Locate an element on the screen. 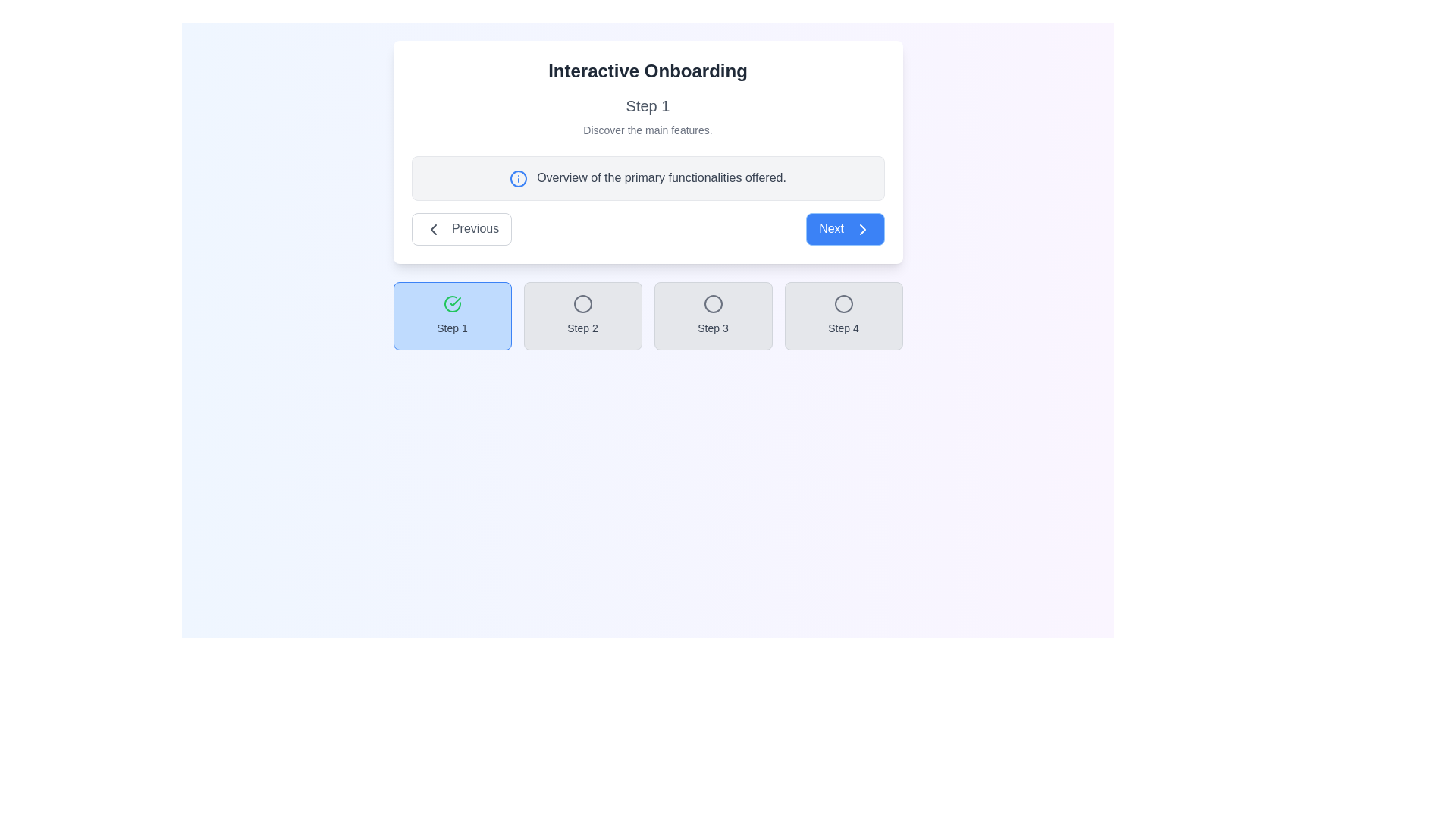  the 'Previous' button containing the leftwards-pointing chevron arrow is located at coordinates (432, 229).